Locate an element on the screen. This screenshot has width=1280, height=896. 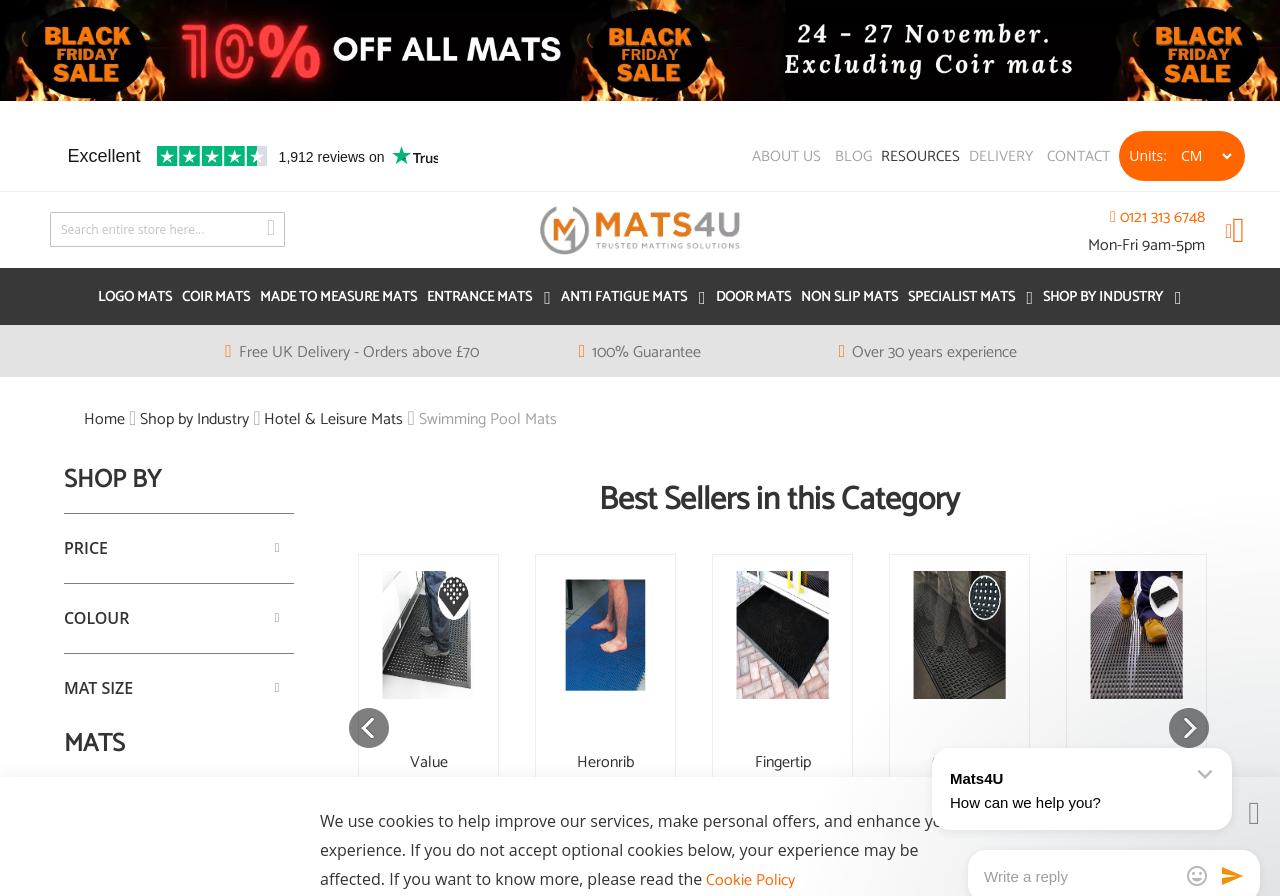
'CONTACT' is located at coordinates (1077, 155).